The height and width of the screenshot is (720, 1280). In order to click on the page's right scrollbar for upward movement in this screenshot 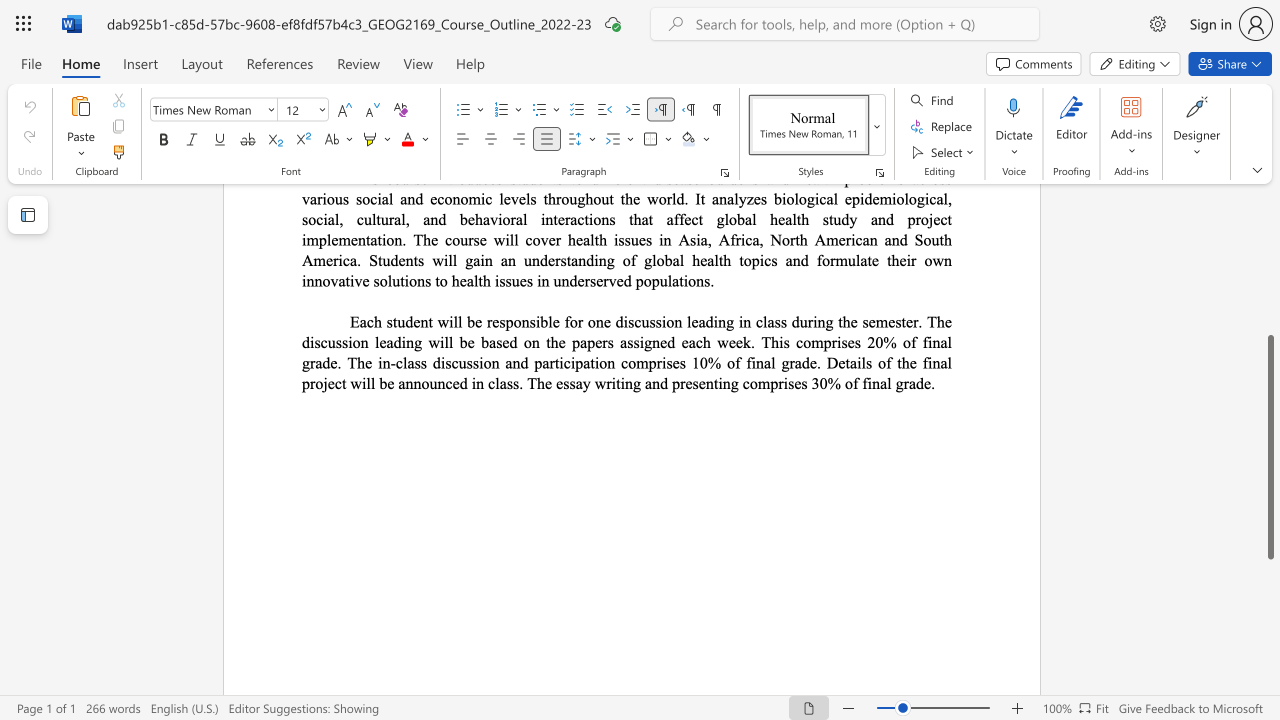, I will do `click(1269, 290)`.